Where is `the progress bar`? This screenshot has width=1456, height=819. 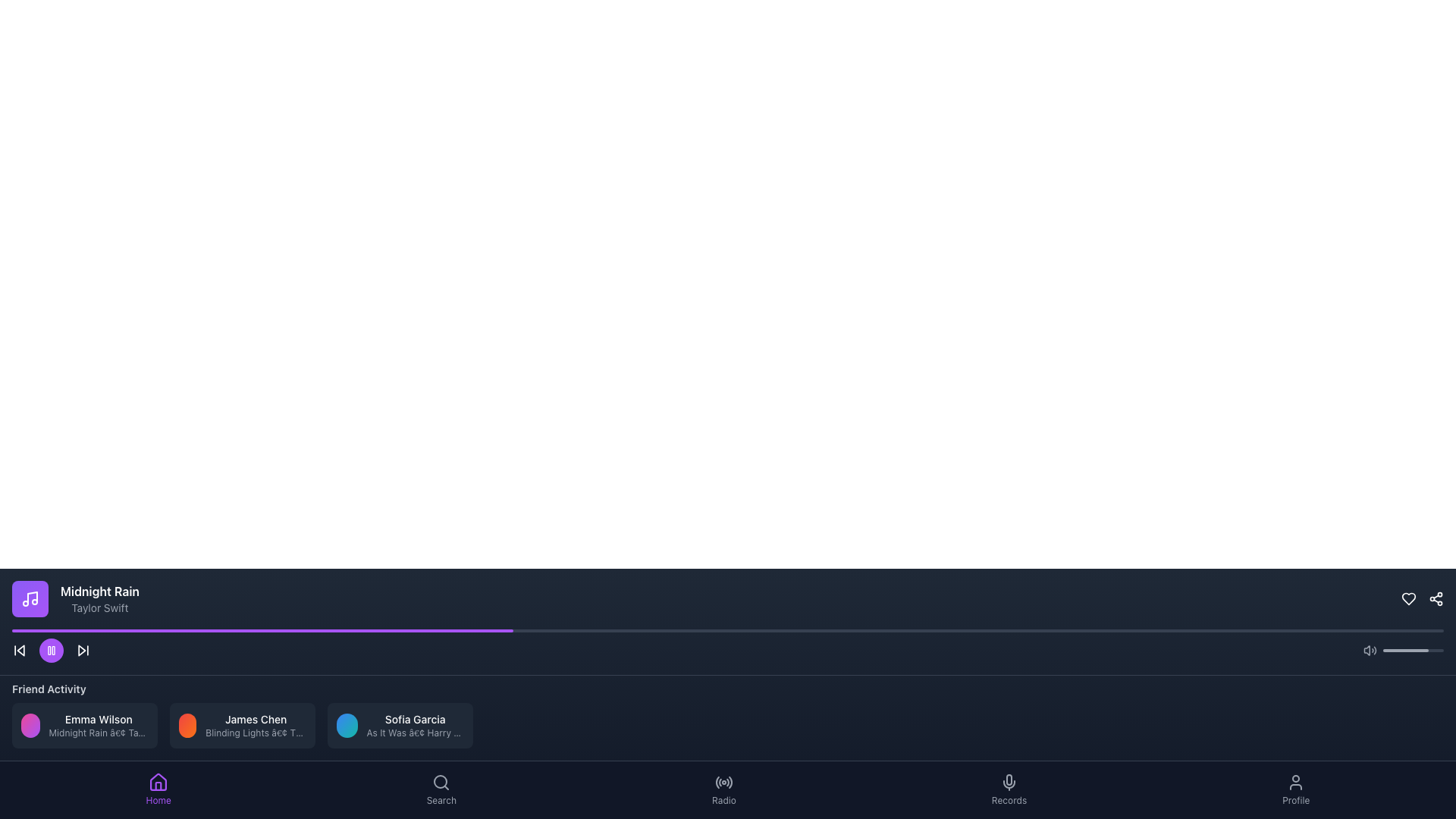 the progress bar is located at coordinates (101, 631).